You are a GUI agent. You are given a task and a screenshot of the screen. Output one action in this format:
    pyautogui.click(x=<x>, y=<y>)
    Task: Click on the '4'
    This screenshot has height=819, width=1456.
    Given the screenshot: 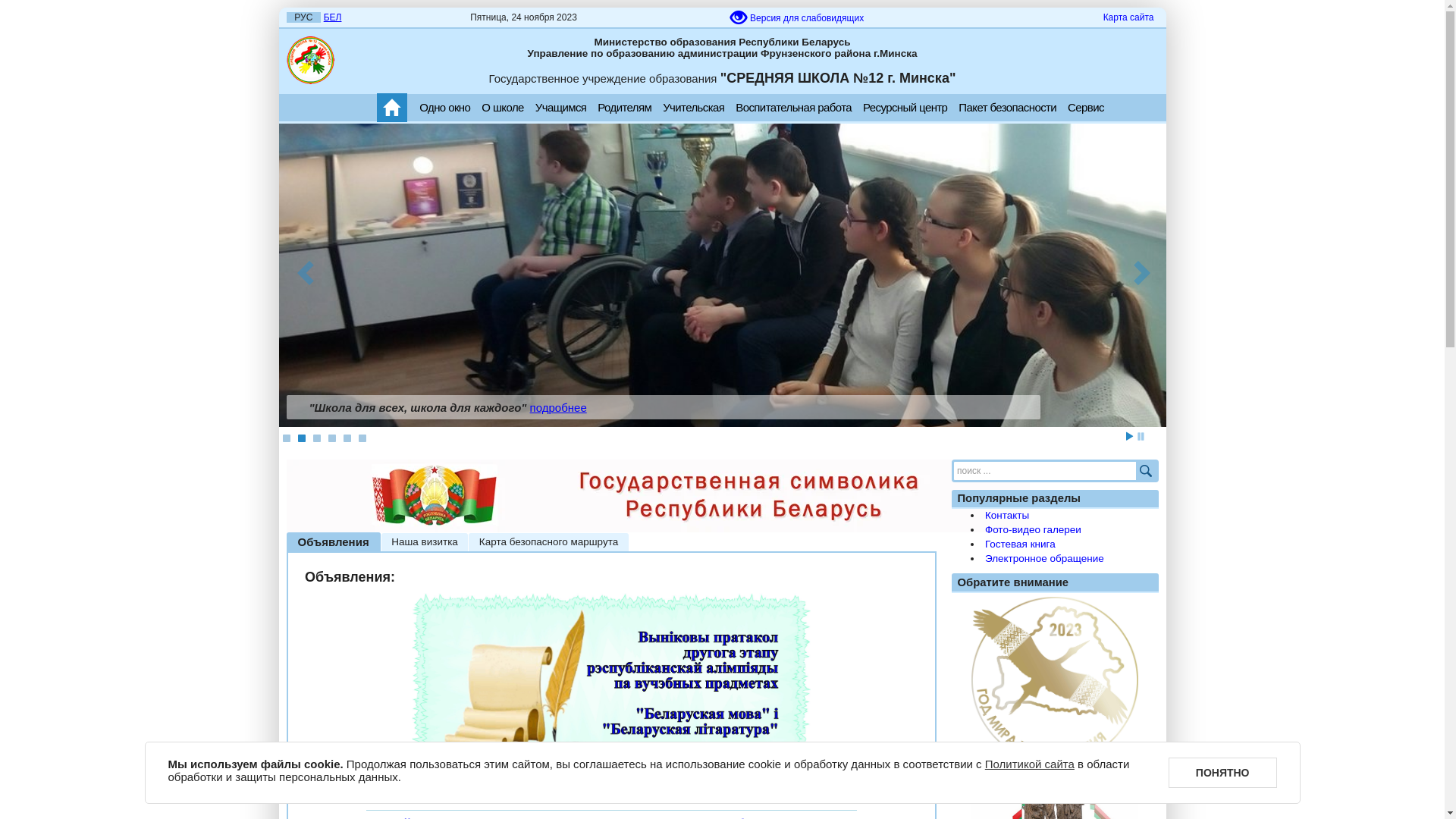 What is the action you would take?
    pyautogui.click(x=330, y=438)
    